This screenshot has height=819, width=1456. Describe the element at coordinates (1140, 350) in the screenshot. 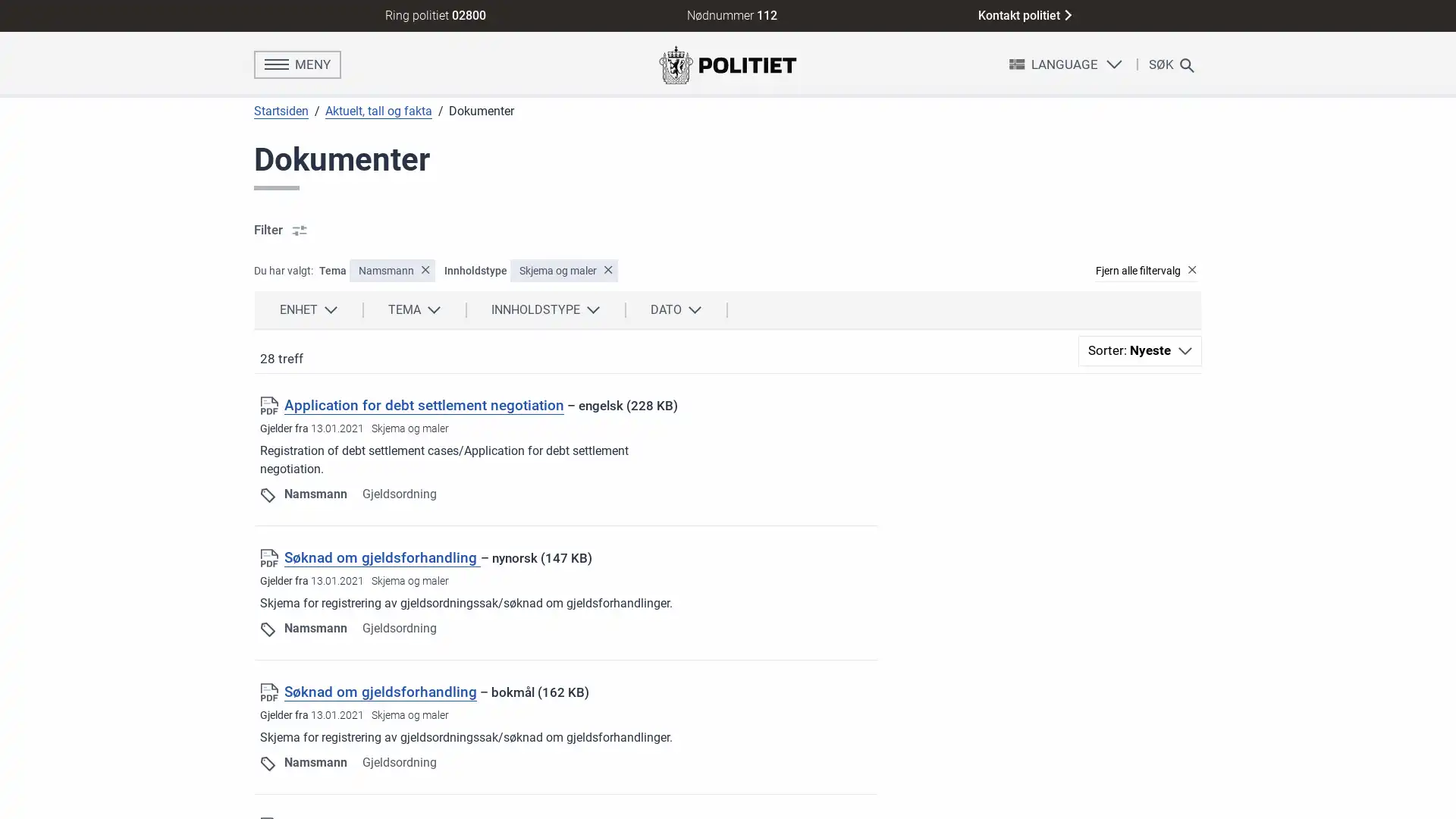

I see `Sorter: Nyeste` at that location.